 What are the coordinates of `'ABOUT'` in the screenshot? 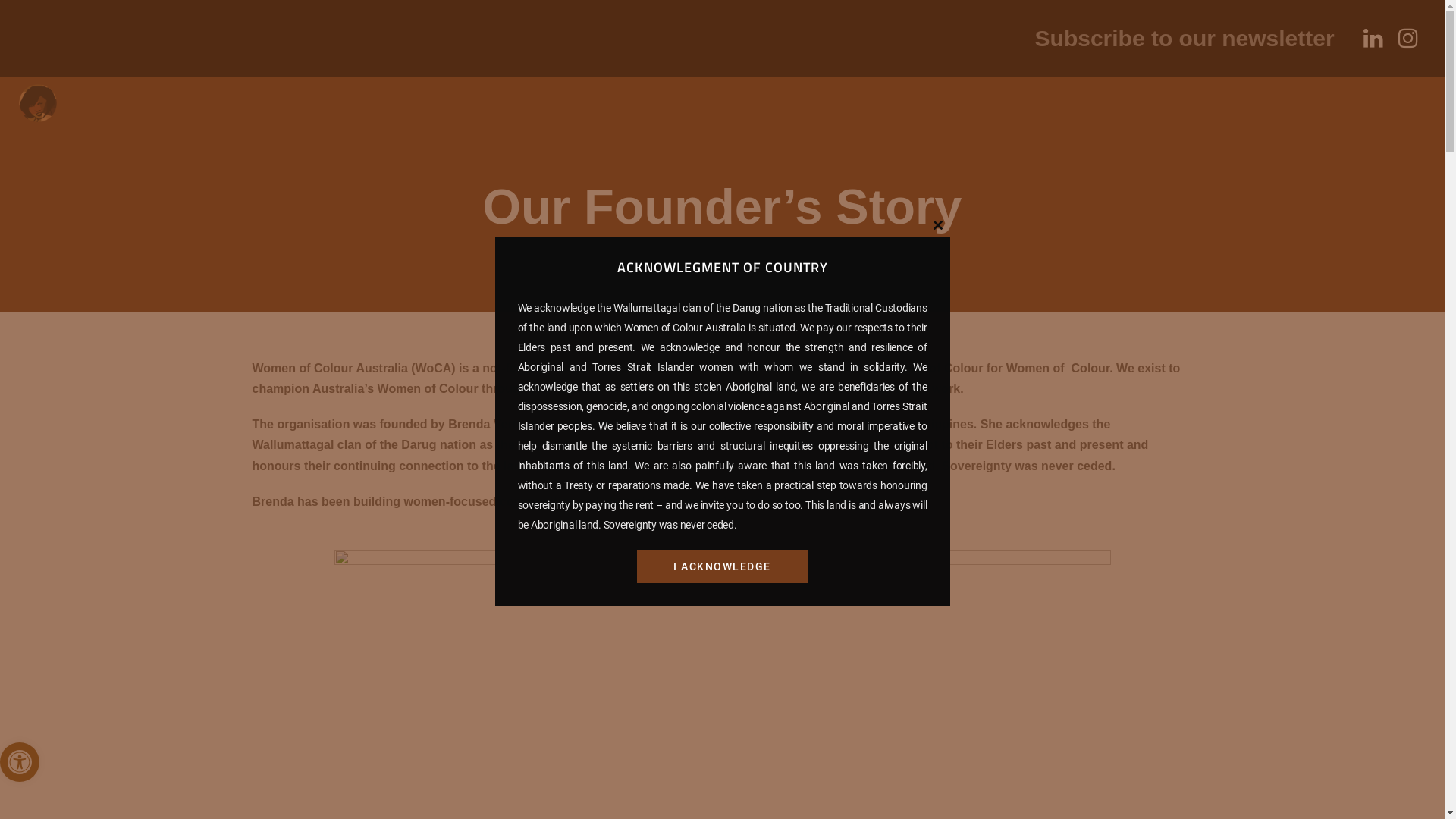 It's located at (180, 112).